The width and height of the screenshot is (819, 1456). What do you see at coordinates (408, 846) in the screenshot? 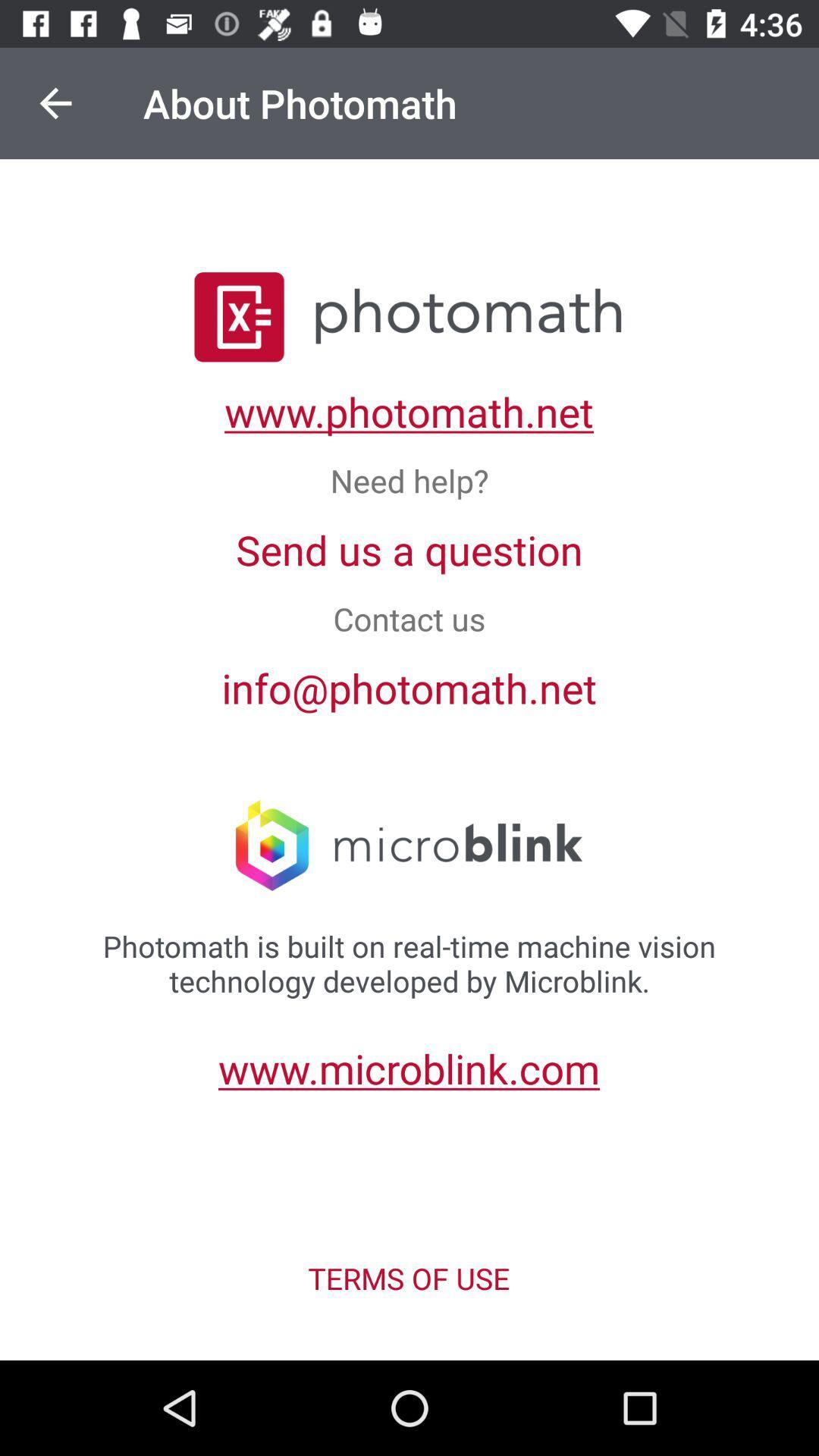
I see `microblink with icon` at bounding box center [408, 846].